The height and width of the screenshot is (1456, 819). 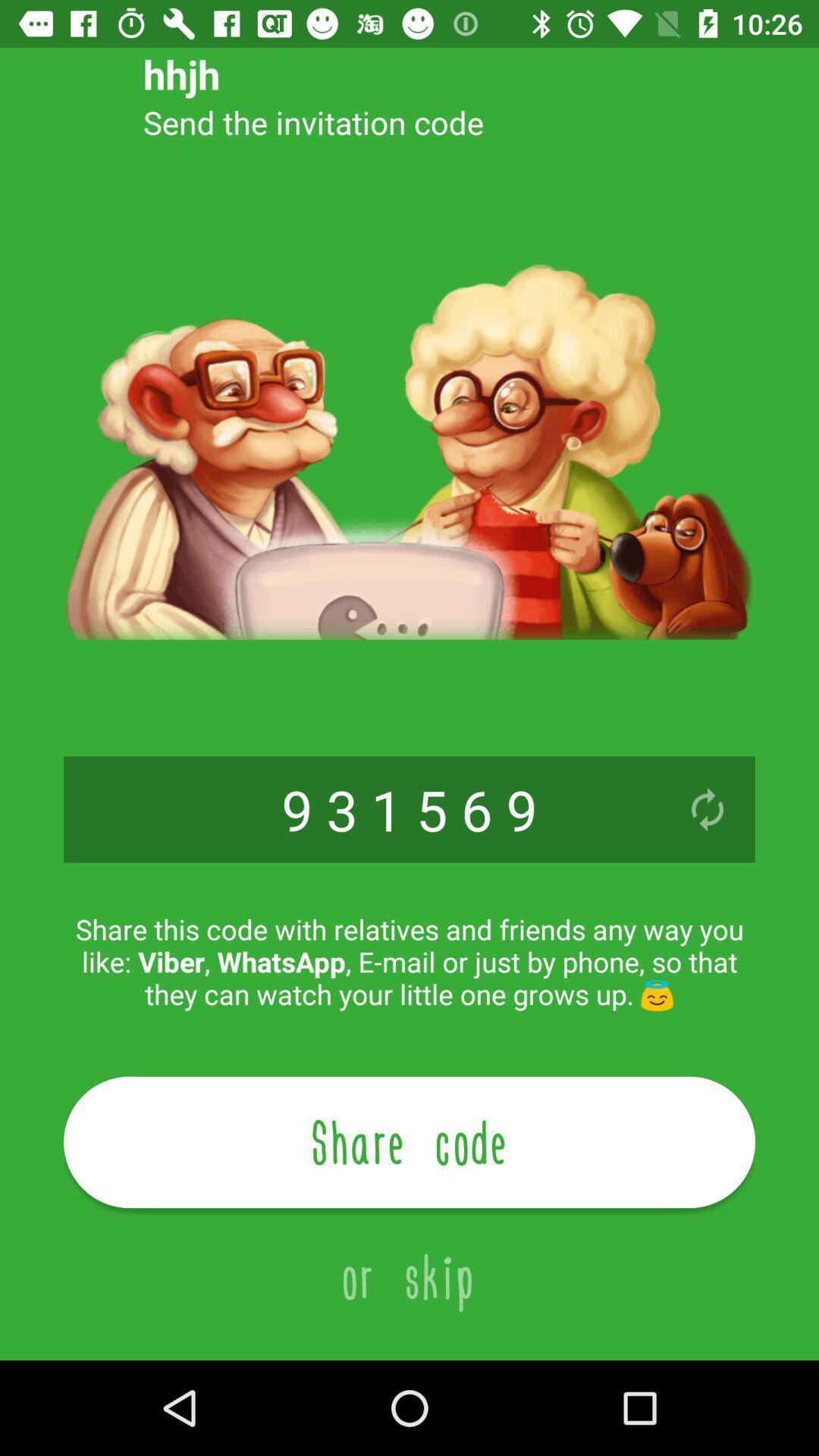 I want to click on the icon above the share this code icon, so click(x=708, y=808).